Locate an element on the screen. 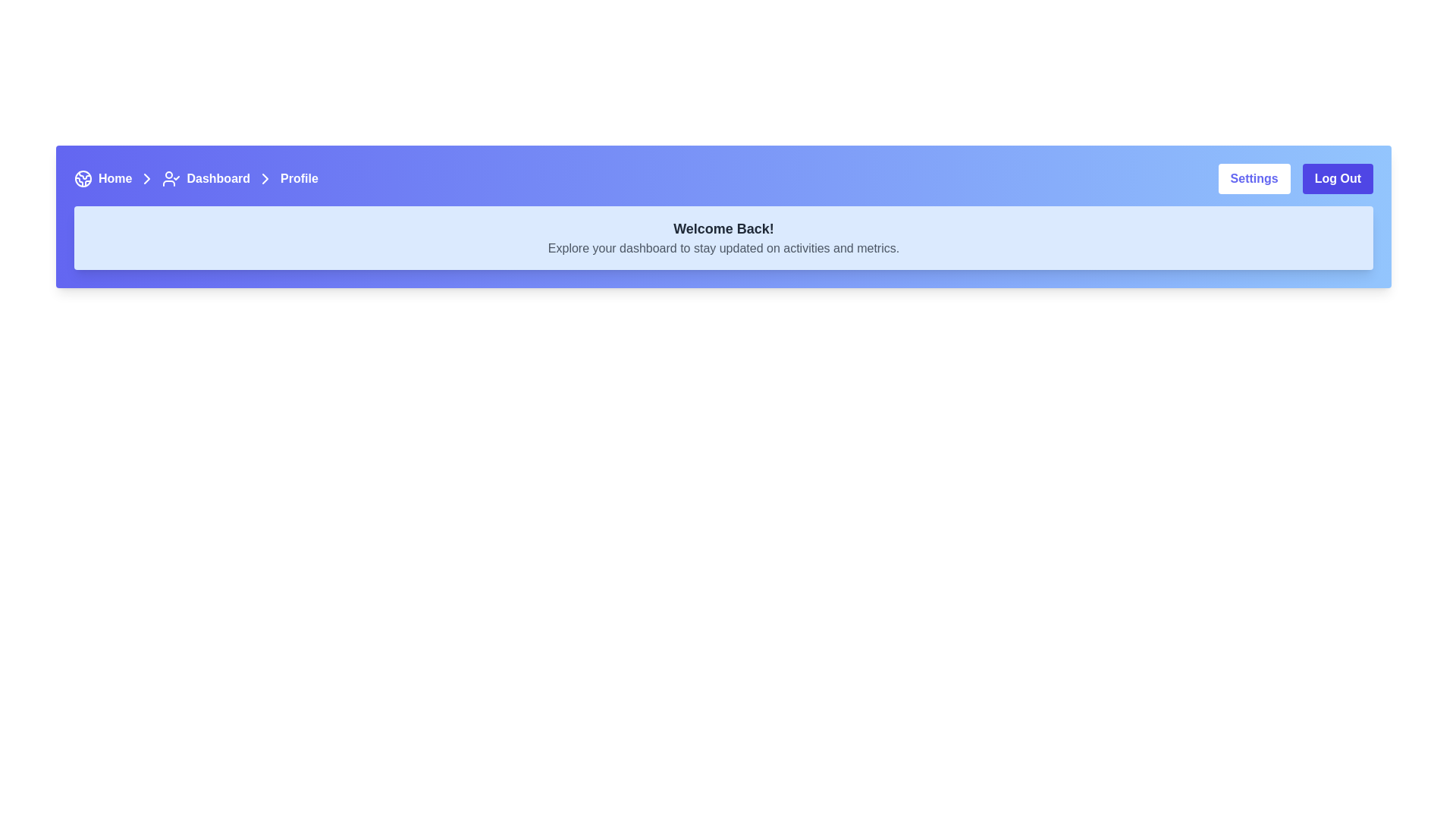 This screenshot has width=1456, height=819. the visual separator icon in the breadcrumb navigation bar, located between 'Dashboard' and 'Profile' is located at coordinates (265, 177).